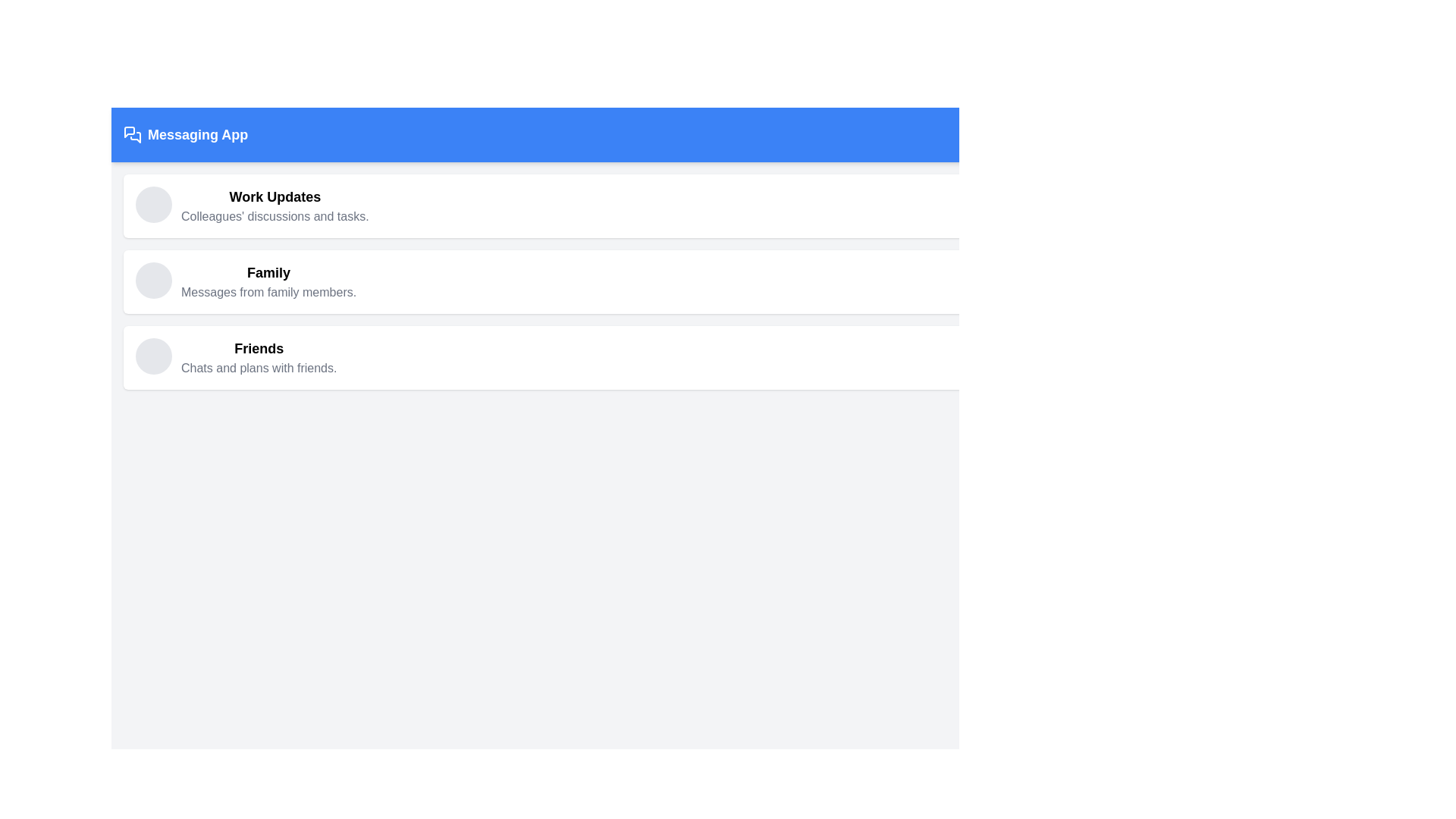 Image resolution: width=1456 pixels, height=819 pixels. I want to click on the circular, light gray, non-interactive decorative icon located to the left of the 'Family' label in the interface, so click(153, 281).